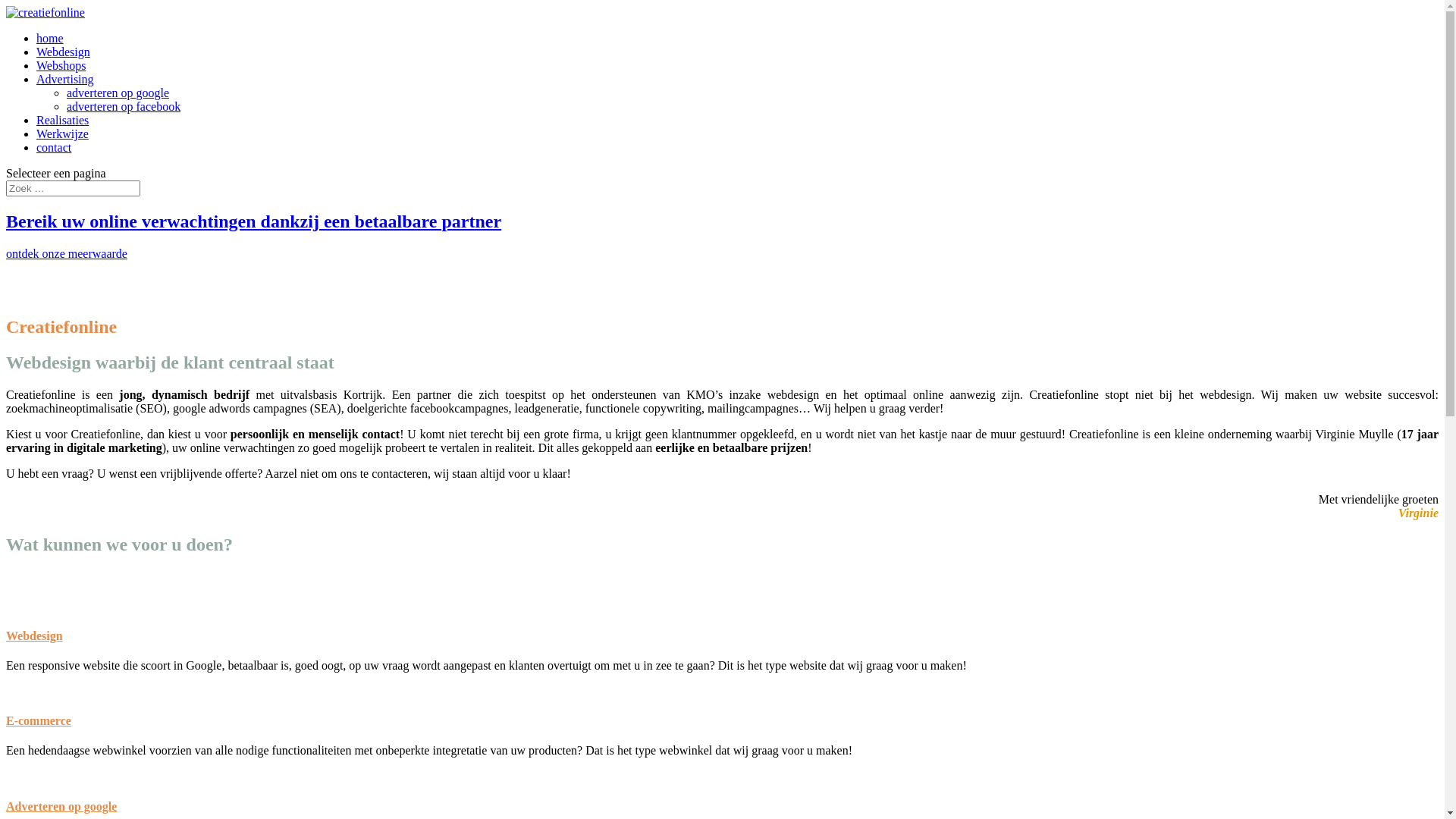 This screenshot has height=819, width=1456. I want to click on 'ontdek onze meerwaarde', so click(65, 253).